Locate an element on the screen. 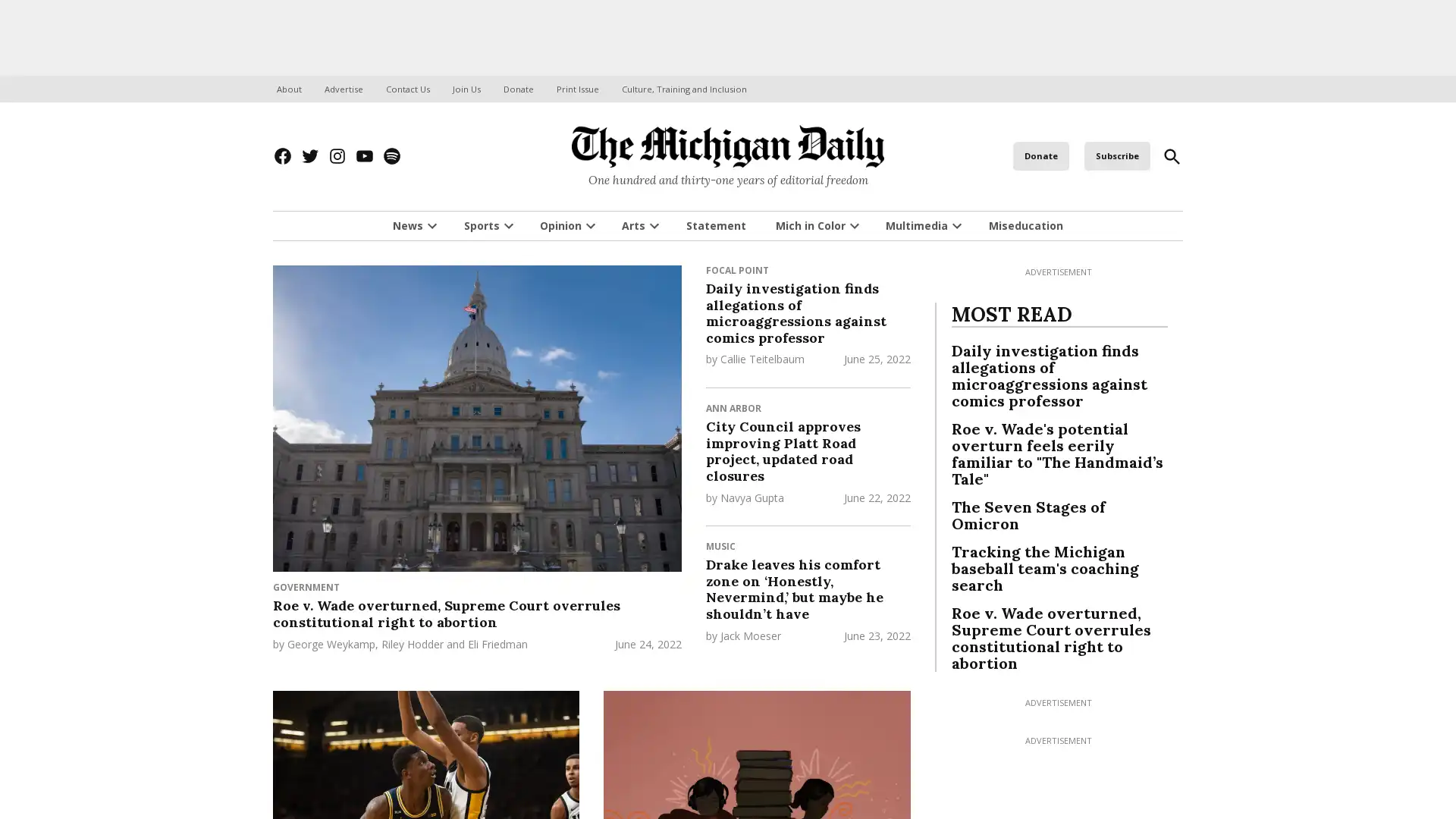 This screenshot has height=819, width=1456. Open Search is located at coordinates (1171, 155).